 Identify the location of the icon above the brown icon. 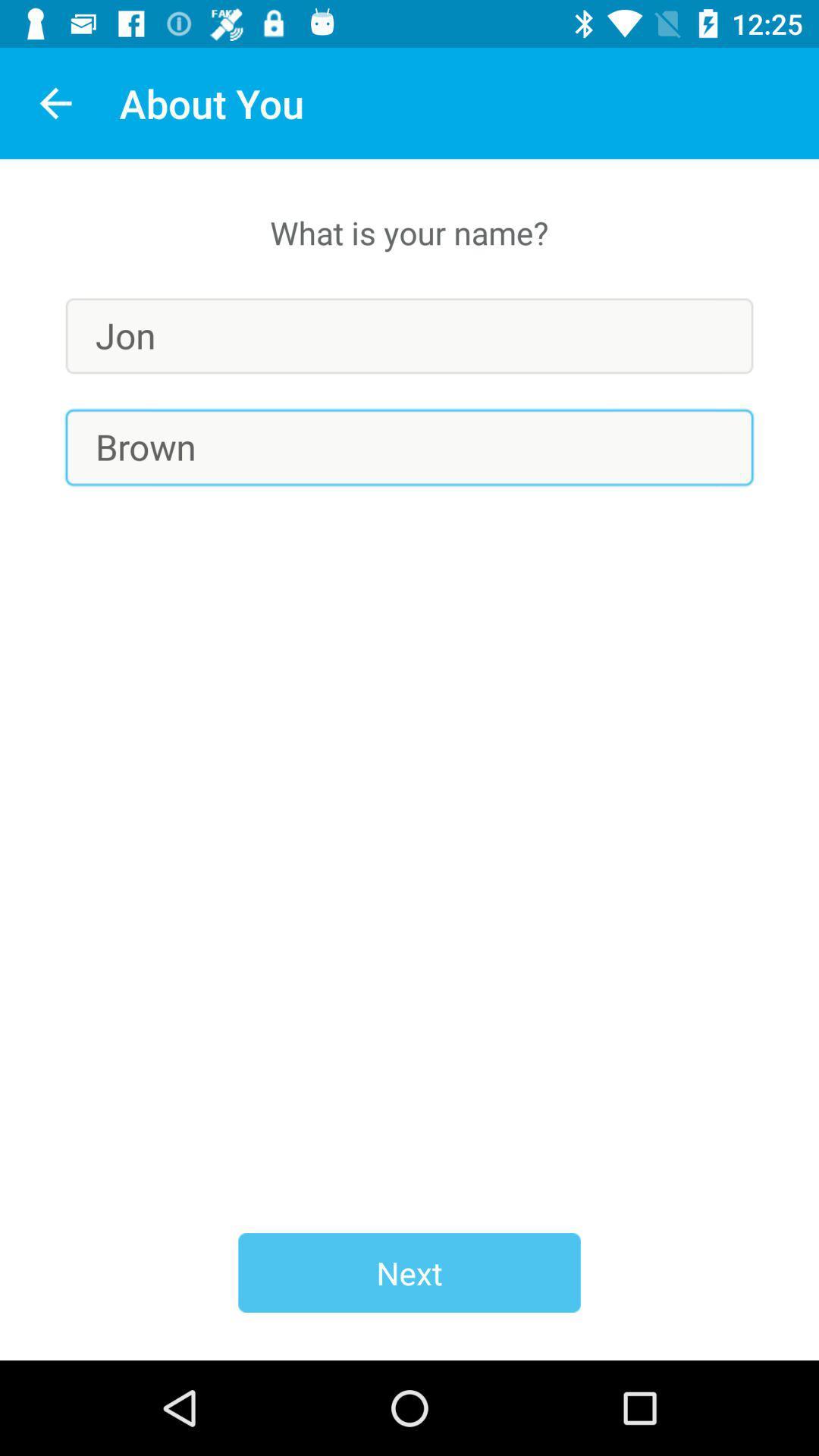
(409, 335).